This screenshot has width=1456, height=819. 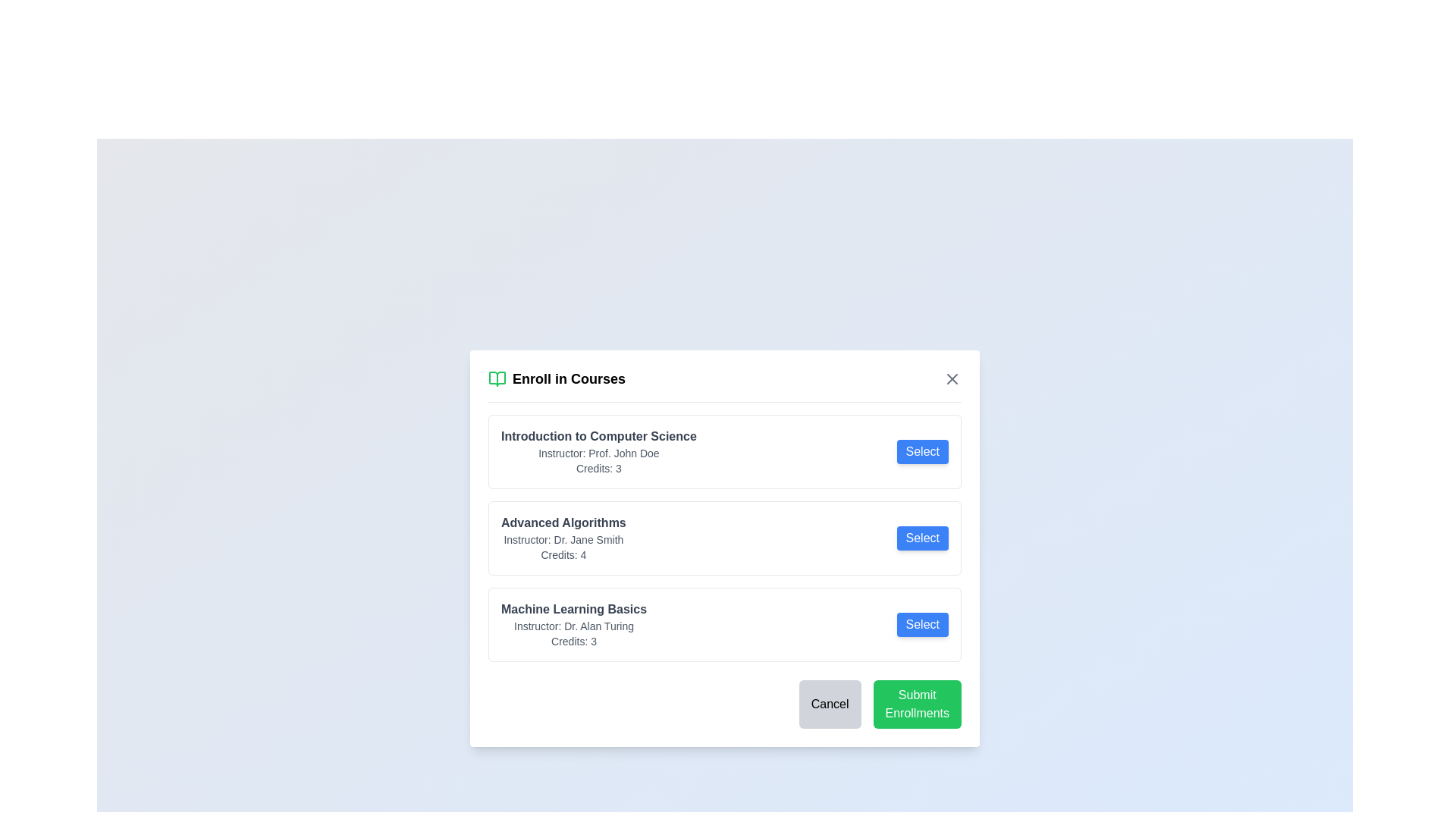 I want to click on the close icon (X) in the top-right corner of the 'Enroll in Courses' modal, so click(x=952, y=378).